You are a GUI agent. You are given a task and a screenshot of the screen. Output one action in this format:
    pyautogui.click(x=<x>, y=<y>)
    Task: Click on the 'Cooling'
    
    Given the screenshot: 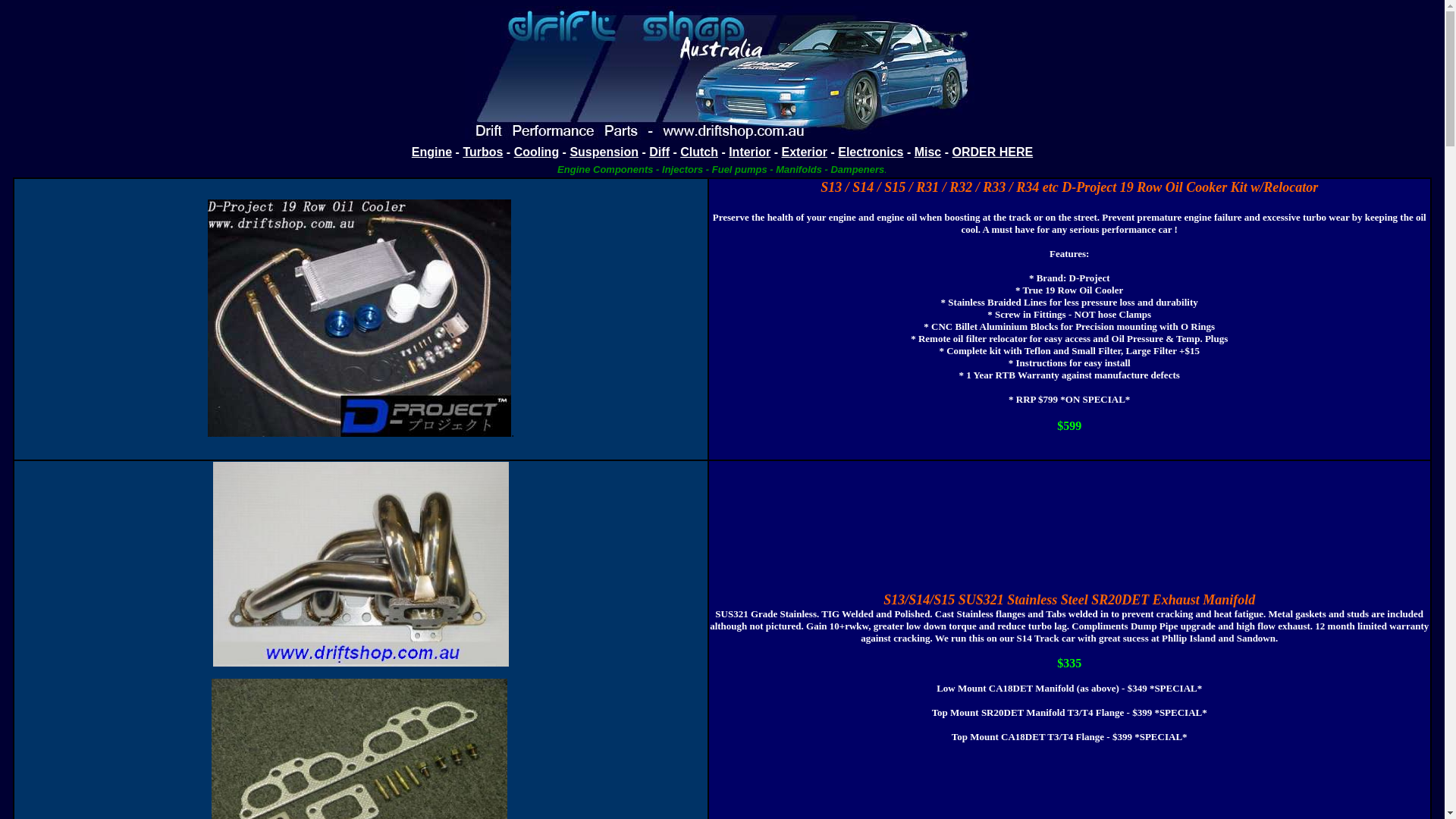 What is the action you would take?
    pyautogui.click(x=513, y=152)
    